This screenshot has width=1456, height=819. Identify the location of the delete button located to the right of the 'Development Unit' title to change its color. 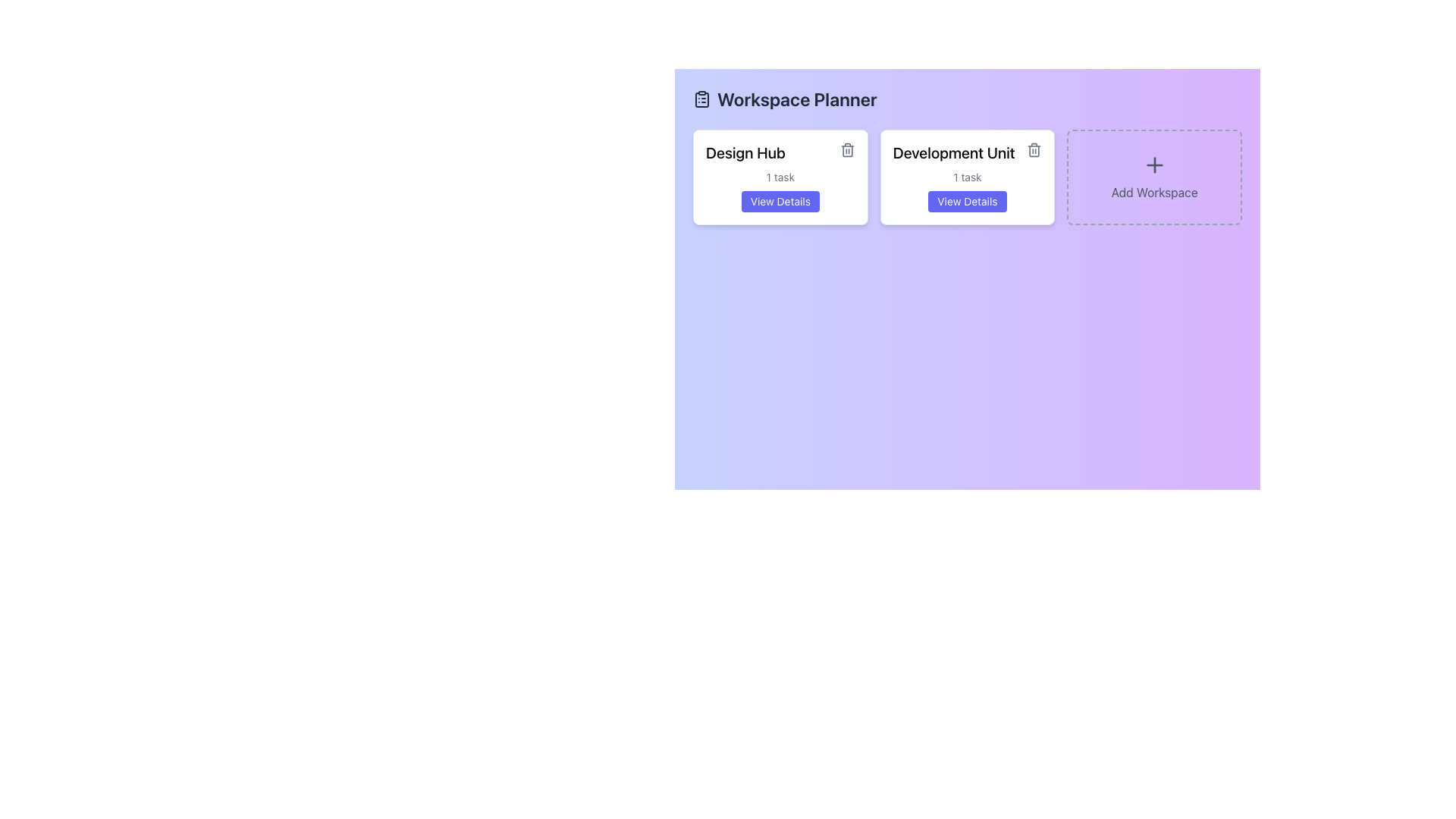
(1034, 149).